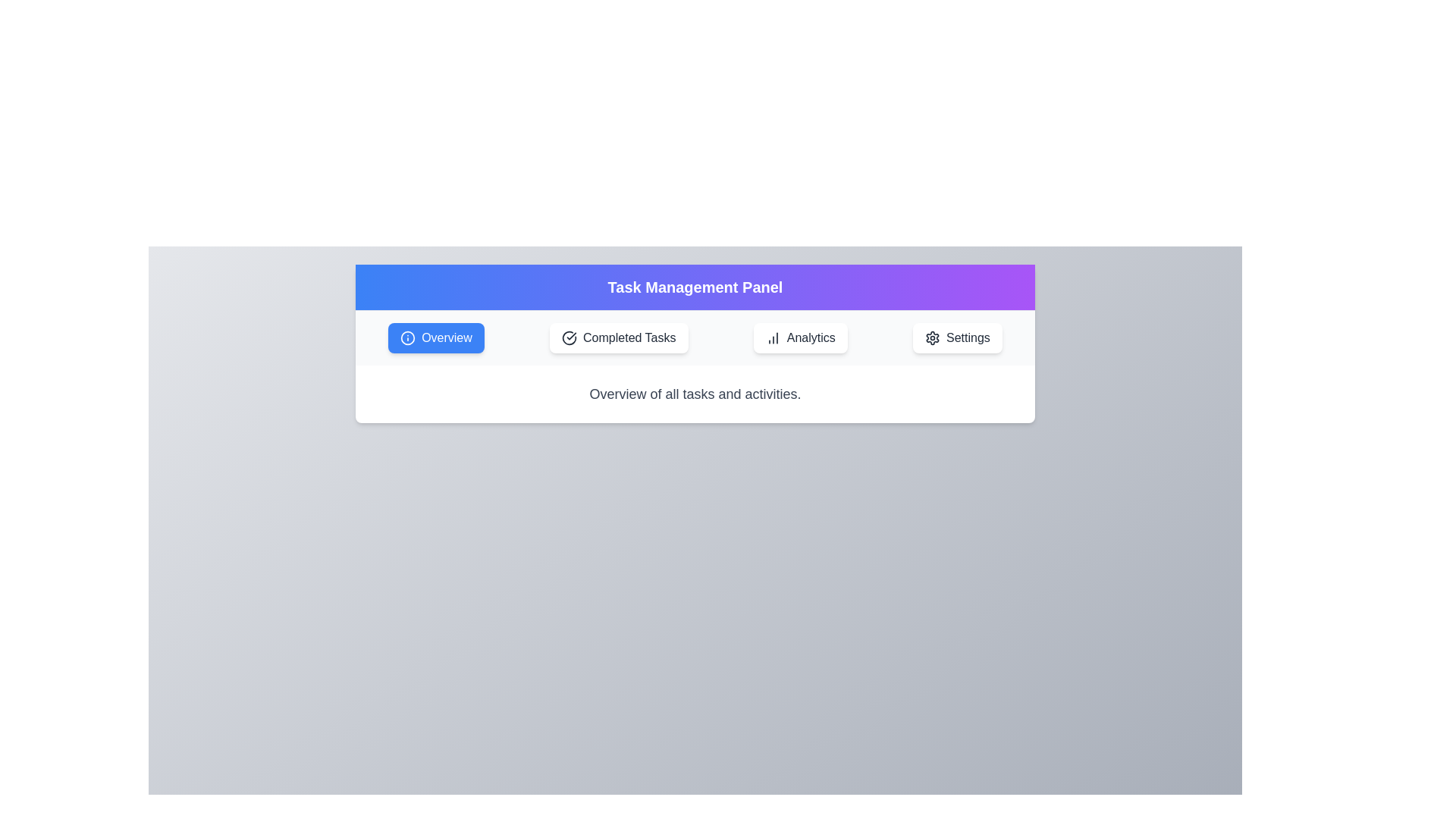 The width and height of the screenshot is (1456, 819). Describe the element at coordinates (799, 337) in the screenshot. I see `the analytics button, which is the third button in a horizontal group of four buttons, located to the right of 'Completed Tasks' and to the left of 'Settings'` at that location.